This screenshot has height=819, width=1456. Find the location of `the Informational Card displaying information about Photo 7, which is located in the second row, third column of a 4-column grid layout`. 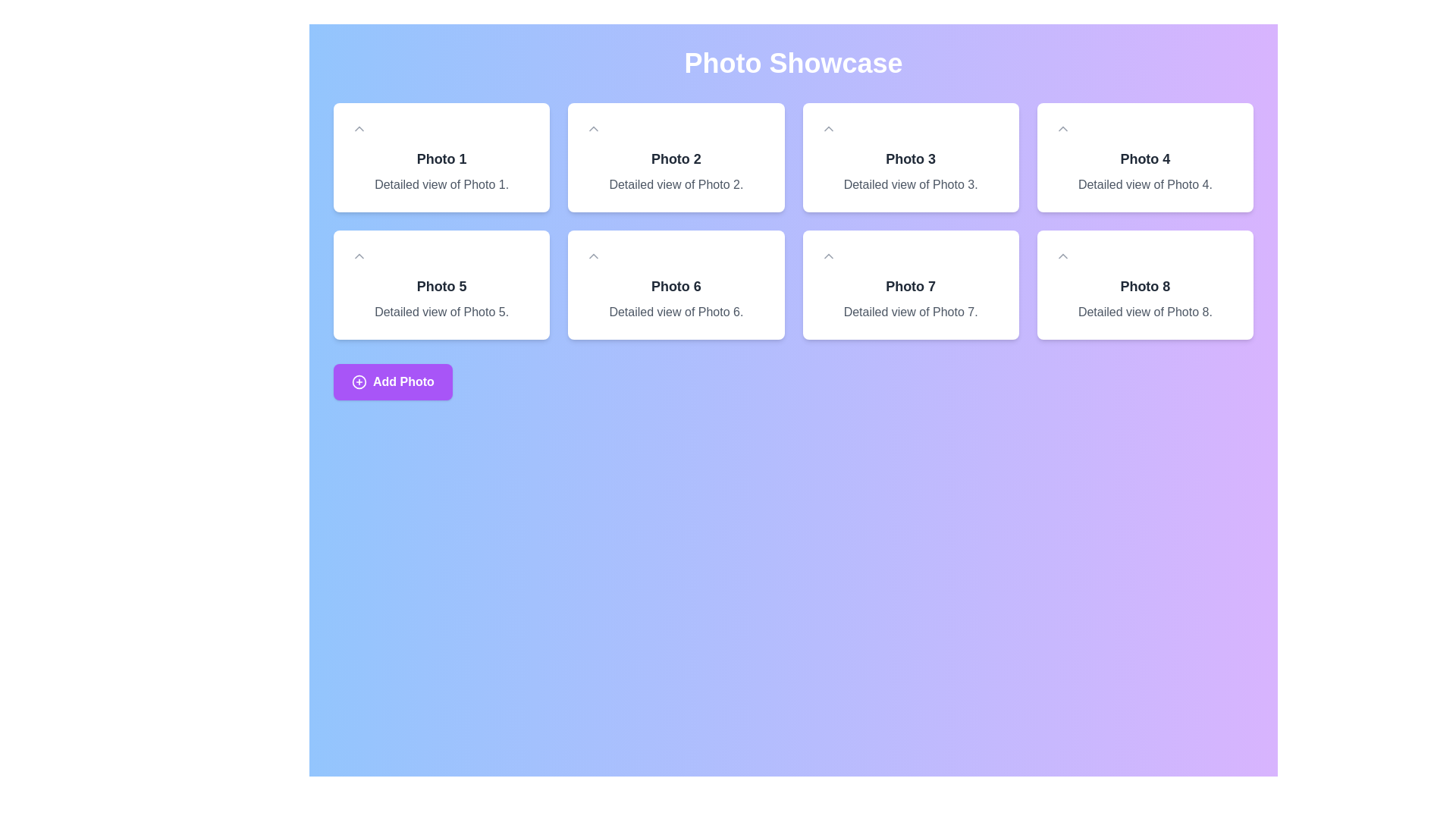

the Informational Card displaying information about Photo 7, which is located in the second row, third column of a 4-column grid layout is located at coordinates (910, 284).